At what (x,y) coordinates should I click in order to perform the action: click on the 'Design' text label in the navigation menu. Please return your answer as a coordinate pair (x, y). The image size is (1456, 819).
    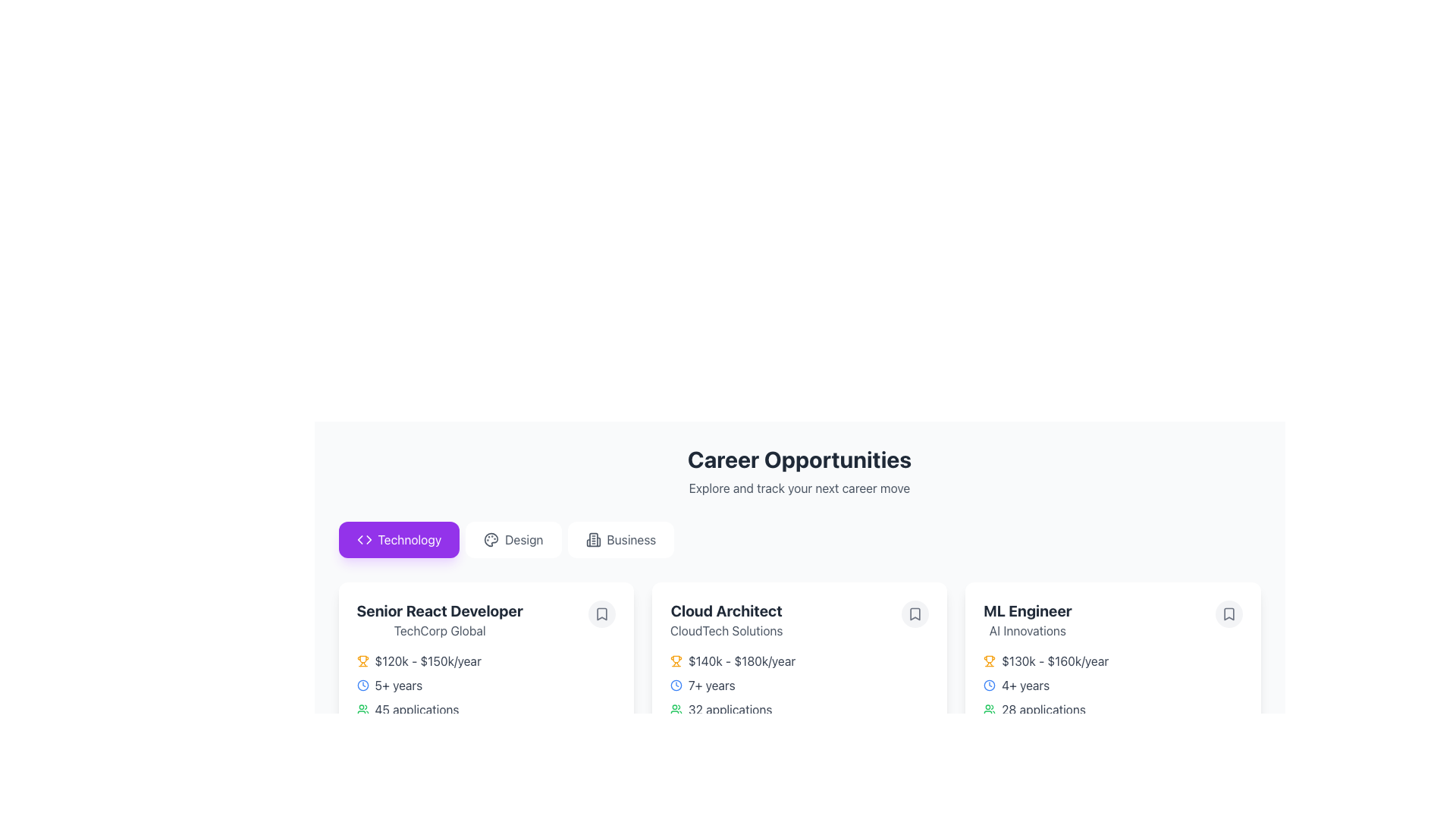
    Looking at the image, I should click on (524, 539).